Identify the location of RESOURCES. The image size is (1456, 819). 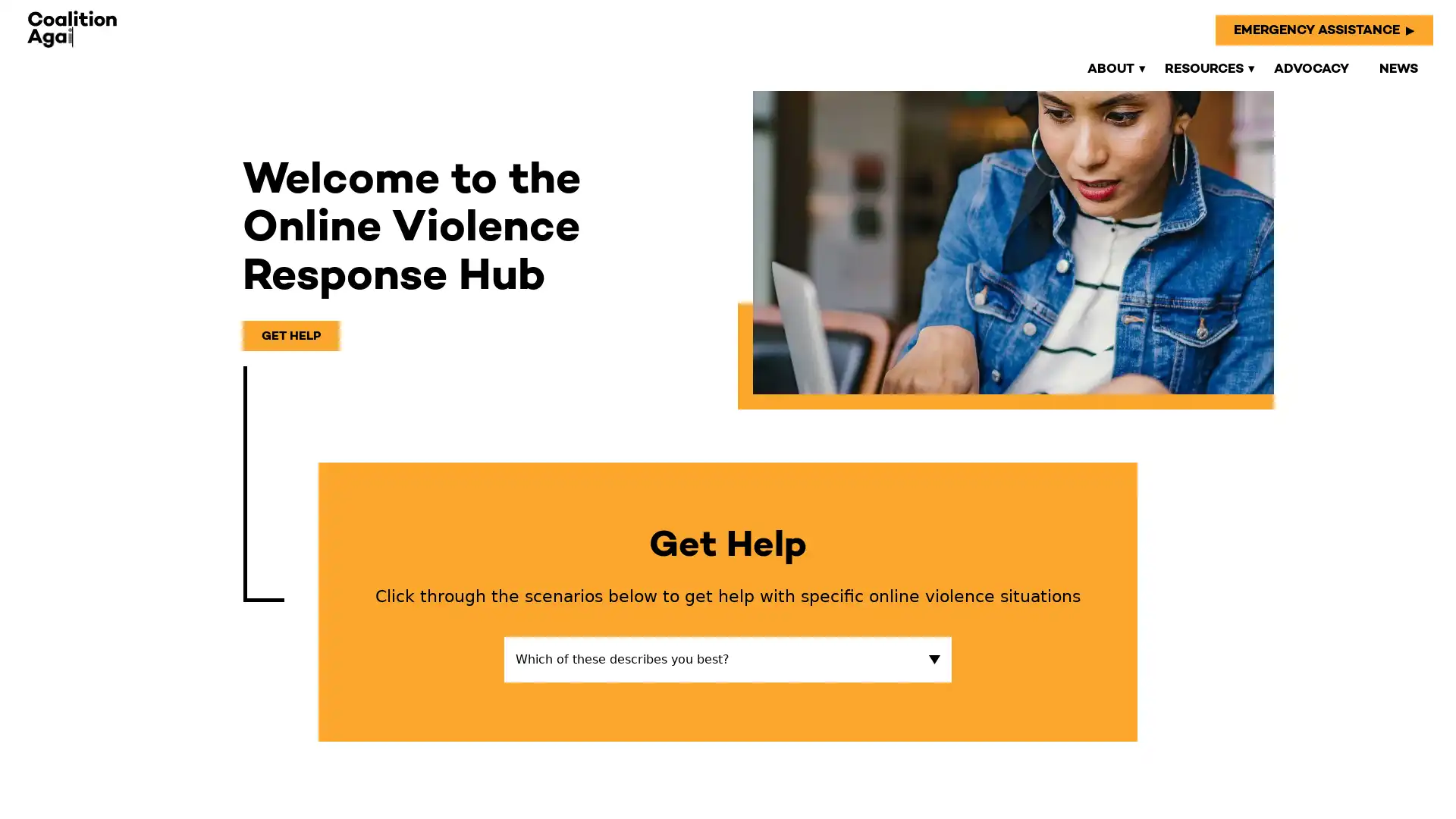
(1203, 67).